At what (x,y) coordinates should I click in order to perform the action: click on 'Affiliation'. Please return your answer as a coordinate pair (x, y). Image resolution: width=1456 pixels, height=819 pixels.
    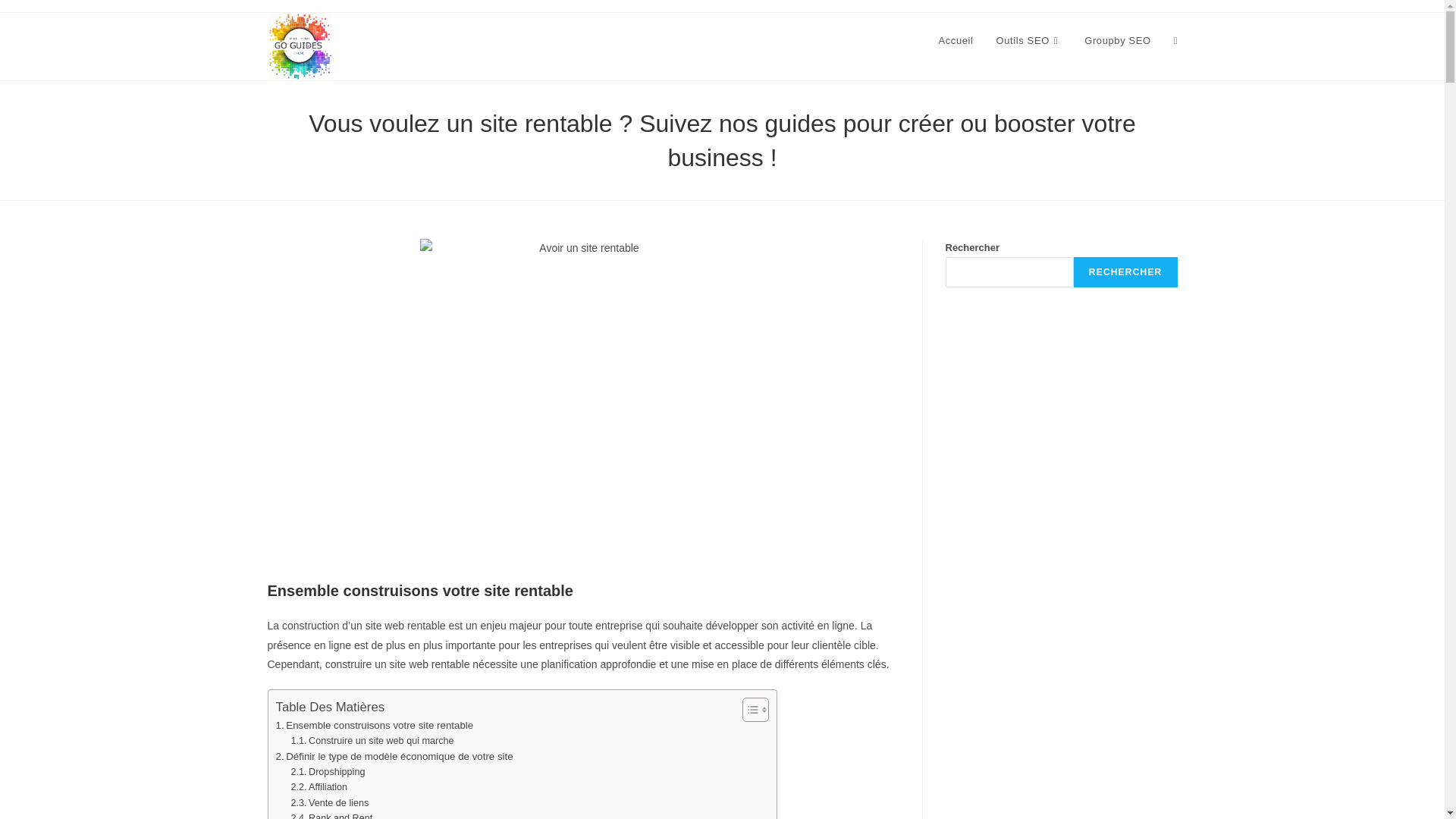
    Looking at the image, I should click on (318, 786).